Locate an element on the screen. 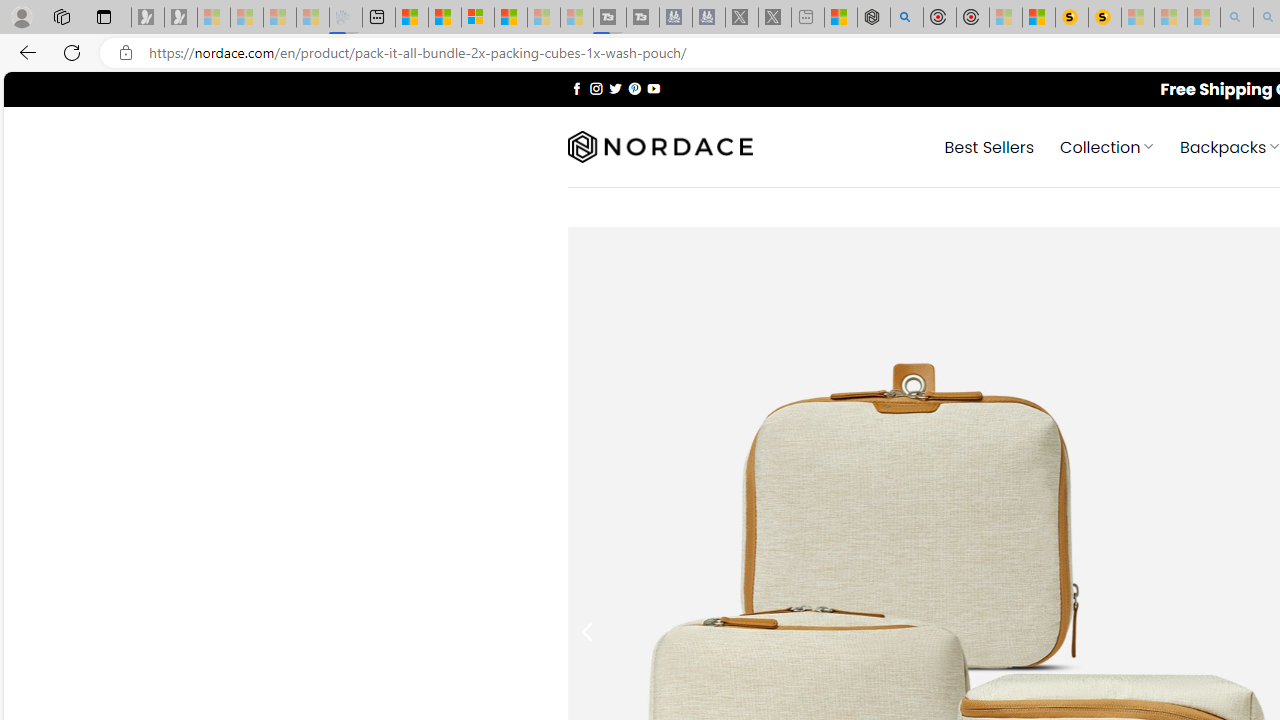 The width and height of the screenshot is (1280, 720). 'Newsletter Sign Up - Sleeping' is located at coordinates (181, 17).